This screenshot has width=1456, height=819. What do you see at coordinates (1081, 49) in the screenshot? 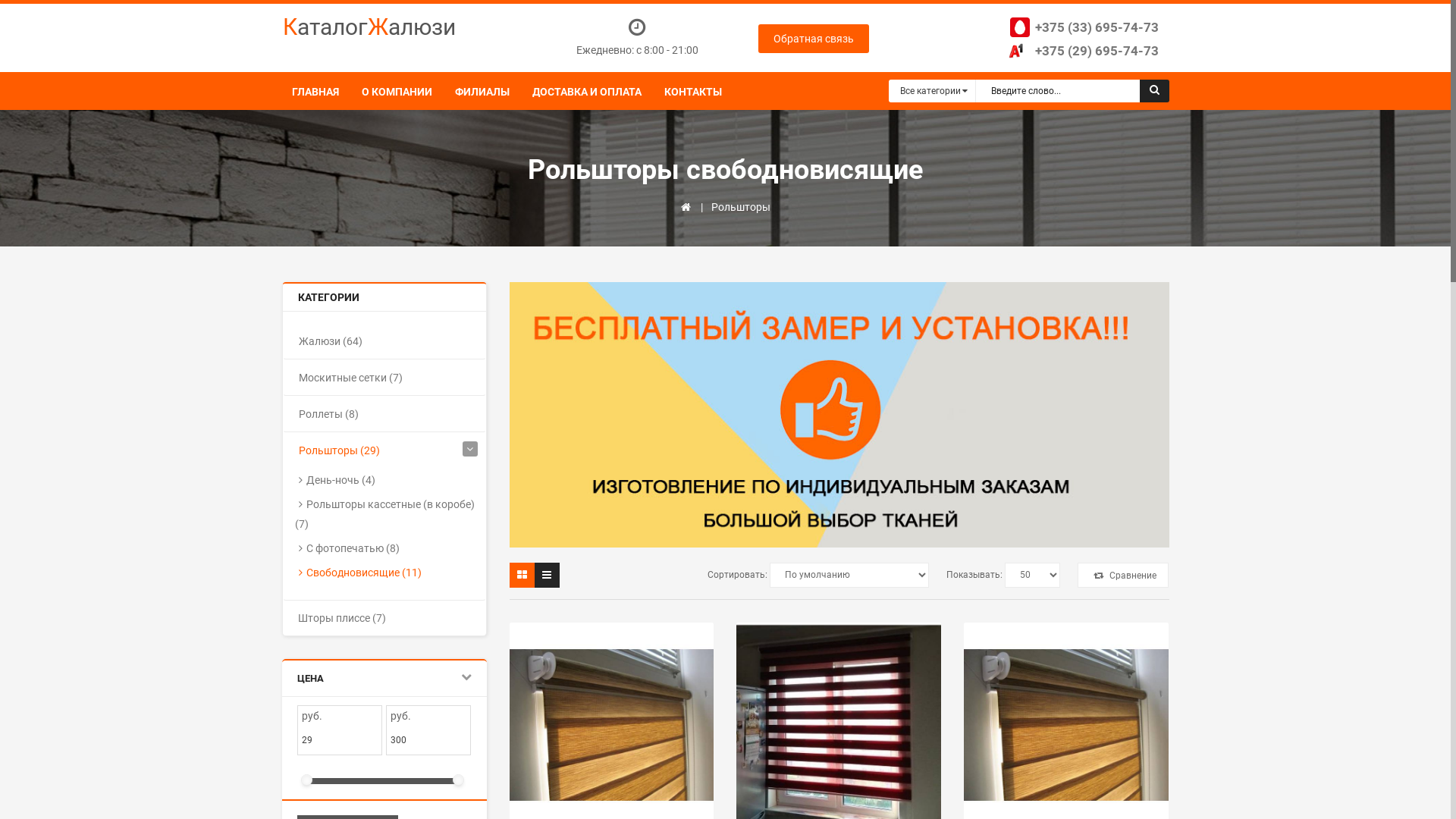
I see `'+375 (29) 695-74-73'` at bounding box center [1081, 49].